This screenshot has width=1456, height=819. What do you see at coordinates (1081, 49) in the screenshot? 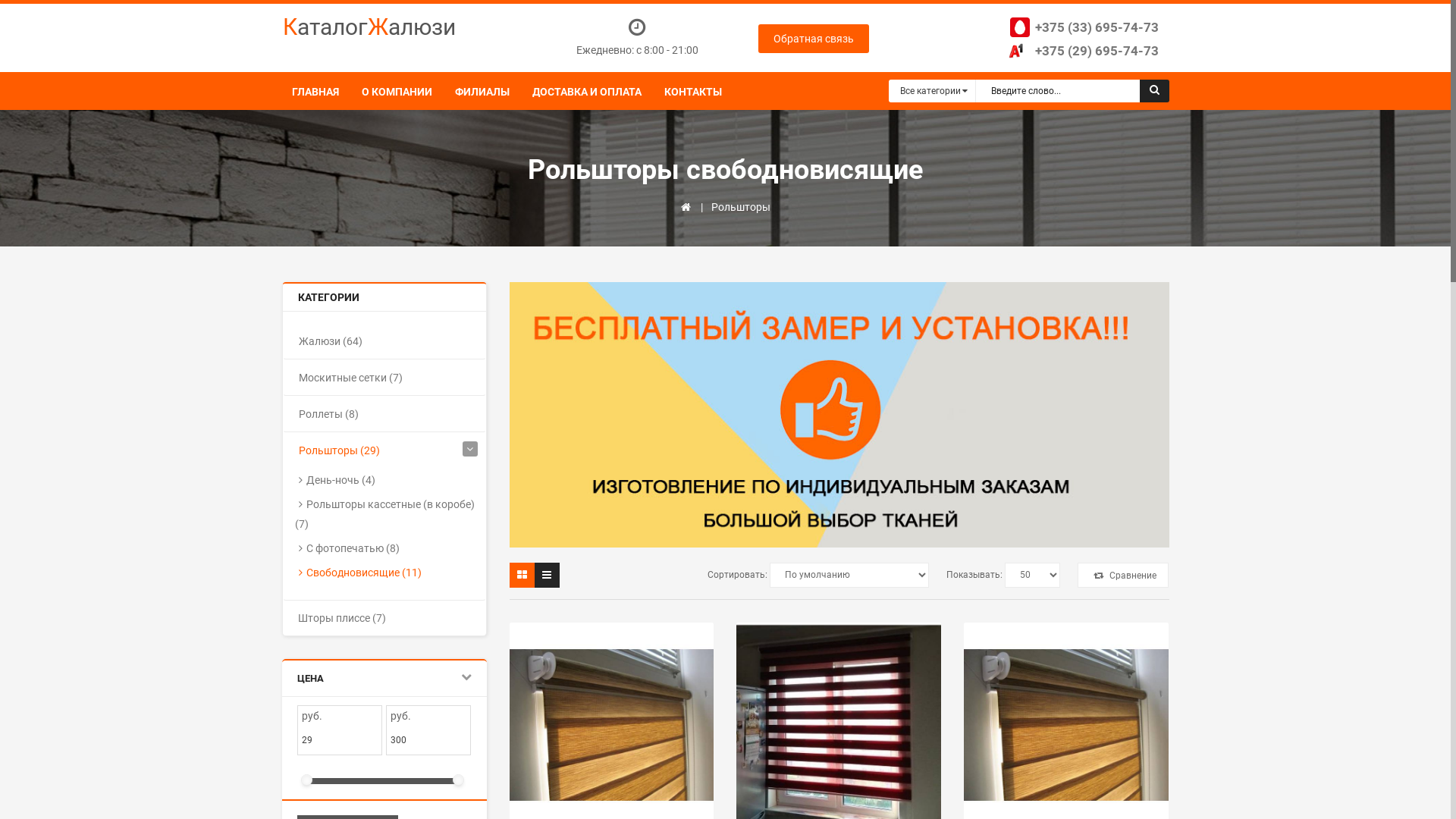
I see `'+375 (29) 695-74-73'` at bounding box center [1081, 49].